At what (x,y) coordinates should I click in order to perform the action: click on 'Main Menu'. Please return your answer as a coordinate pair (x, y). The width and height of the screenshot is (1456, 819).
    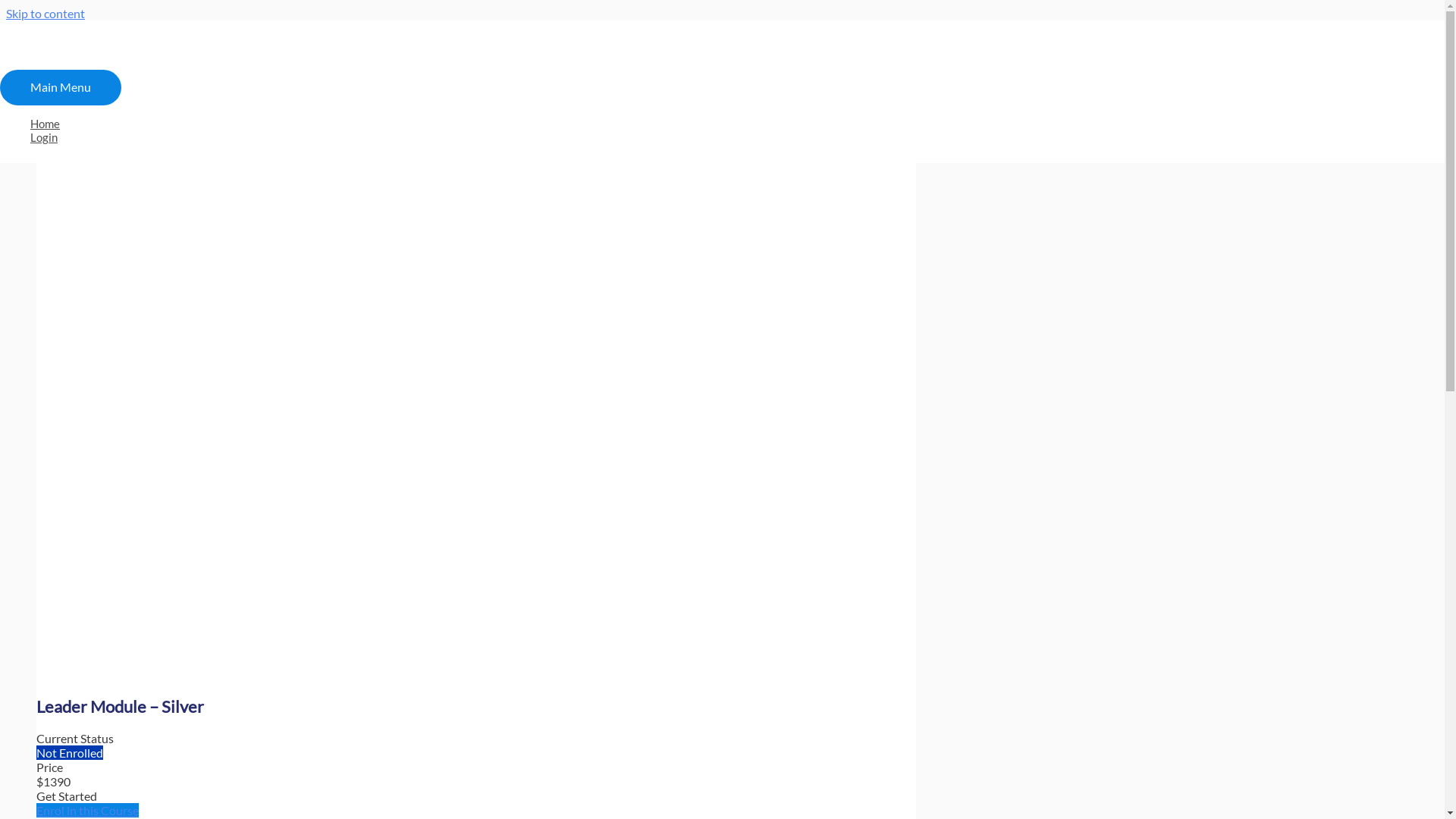
    Looking at the image, I should click on (61, 87).